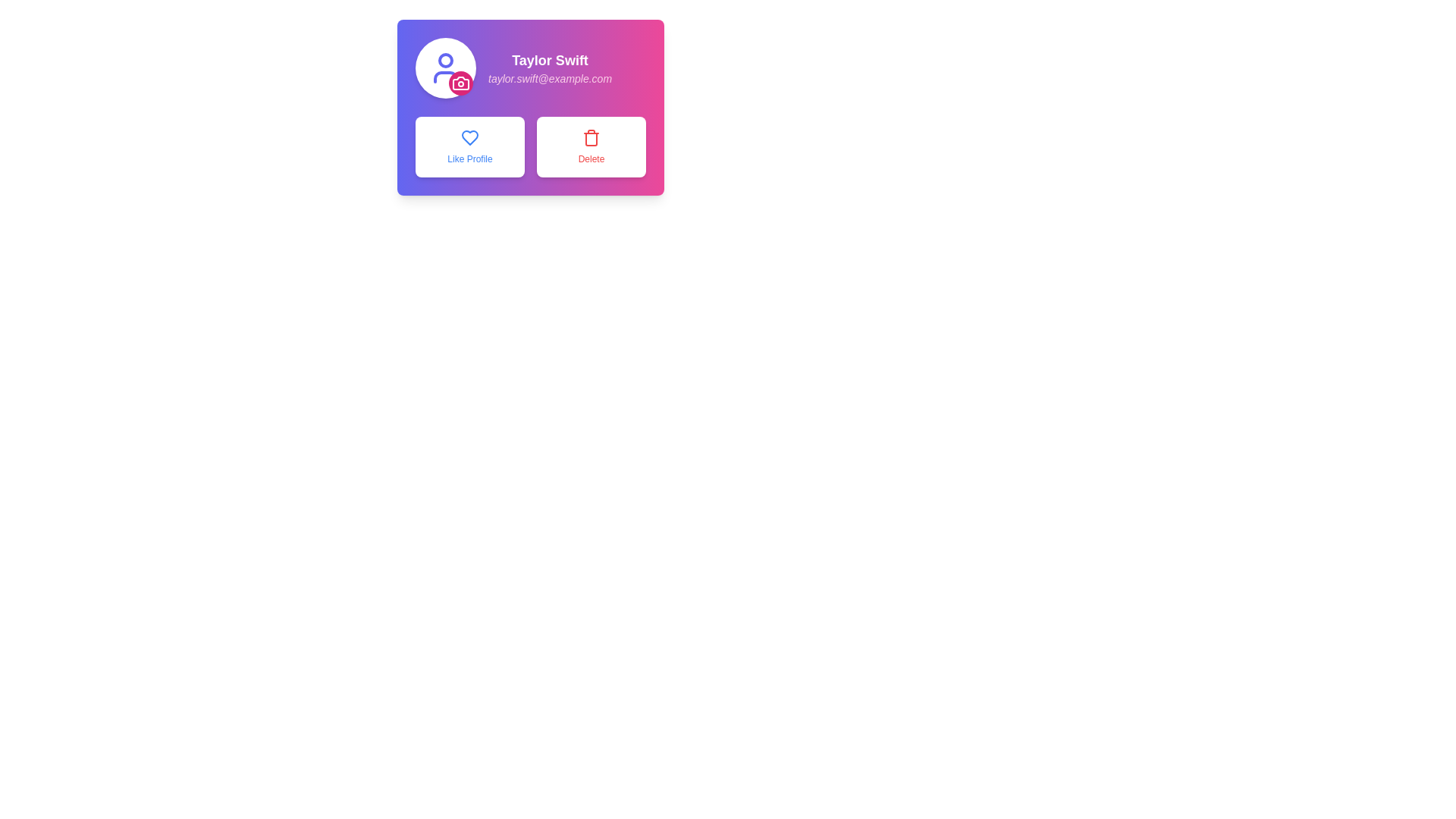 The height and width of the screenshot is (819, 1456). What do you see at coordinates (445, 67) in the screenshot?
I see `the user profile icon located in the upper left section of the interface, which is visually represented by a circular decorative icon next to the 'Taylor Swift' label` at bounding box center [445, 67].